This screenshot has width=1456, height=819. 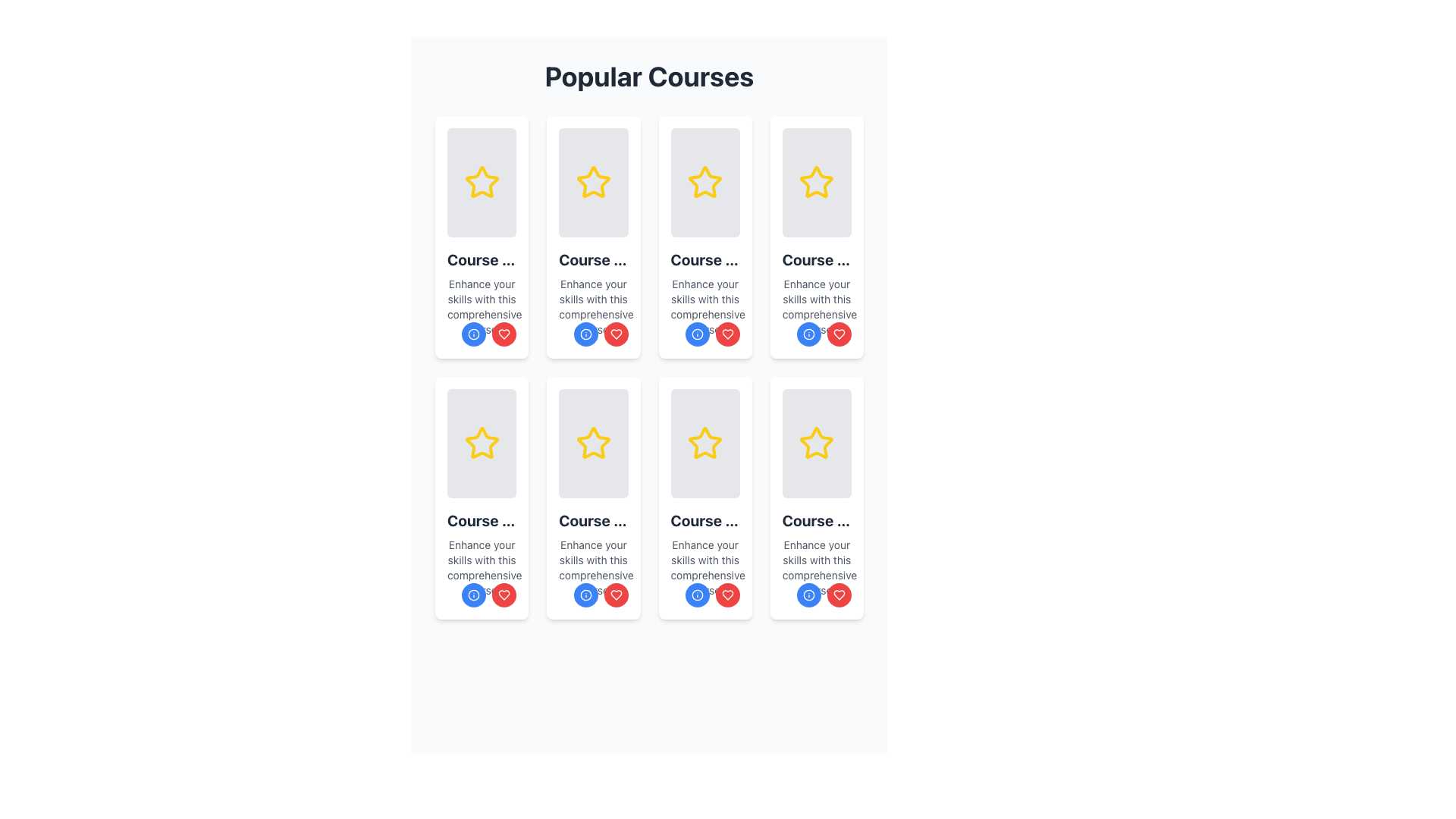 I want to click on the Decorative Placeholder that displays the star icon at the top center of the 'Popular Courses' card, so click(x=481, y=181).